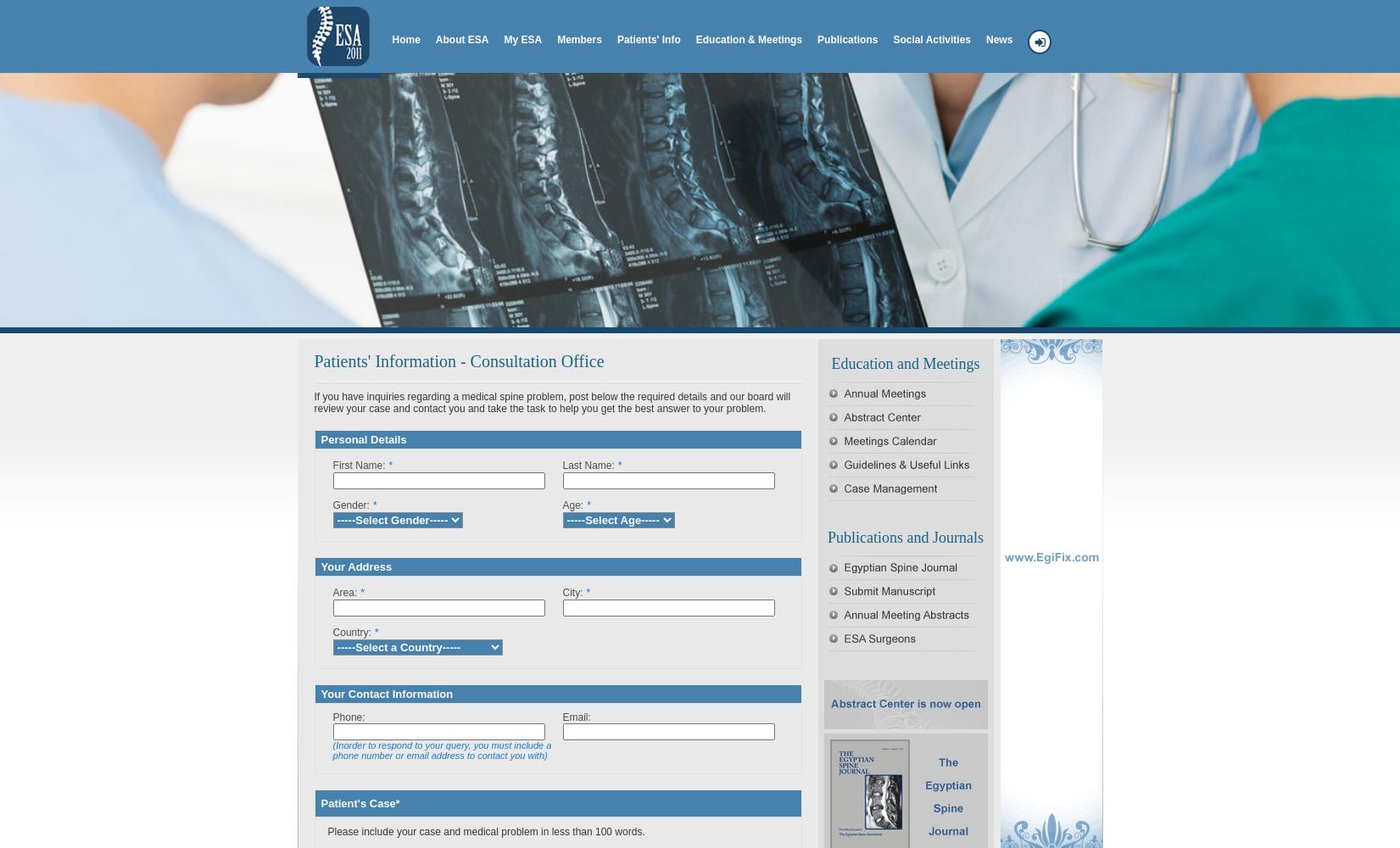  What do you see at coordinates (904, 538) in the screenshot?
I see `'Publications and Journals'` at bounding box center [904, 538].